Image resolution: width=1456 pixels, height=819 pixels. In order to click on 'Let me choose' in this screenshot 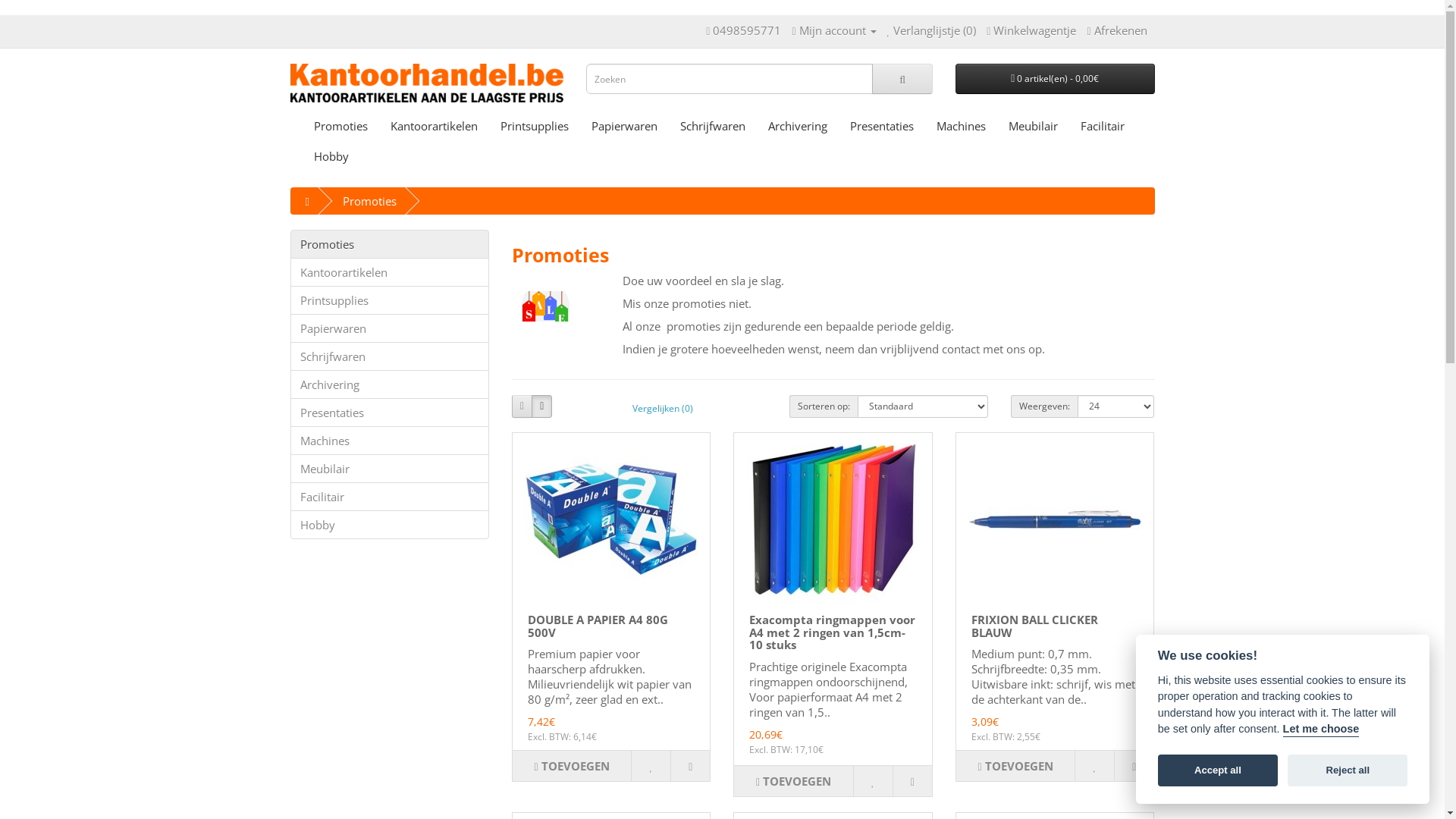, I will do `click(1281, 730)`.